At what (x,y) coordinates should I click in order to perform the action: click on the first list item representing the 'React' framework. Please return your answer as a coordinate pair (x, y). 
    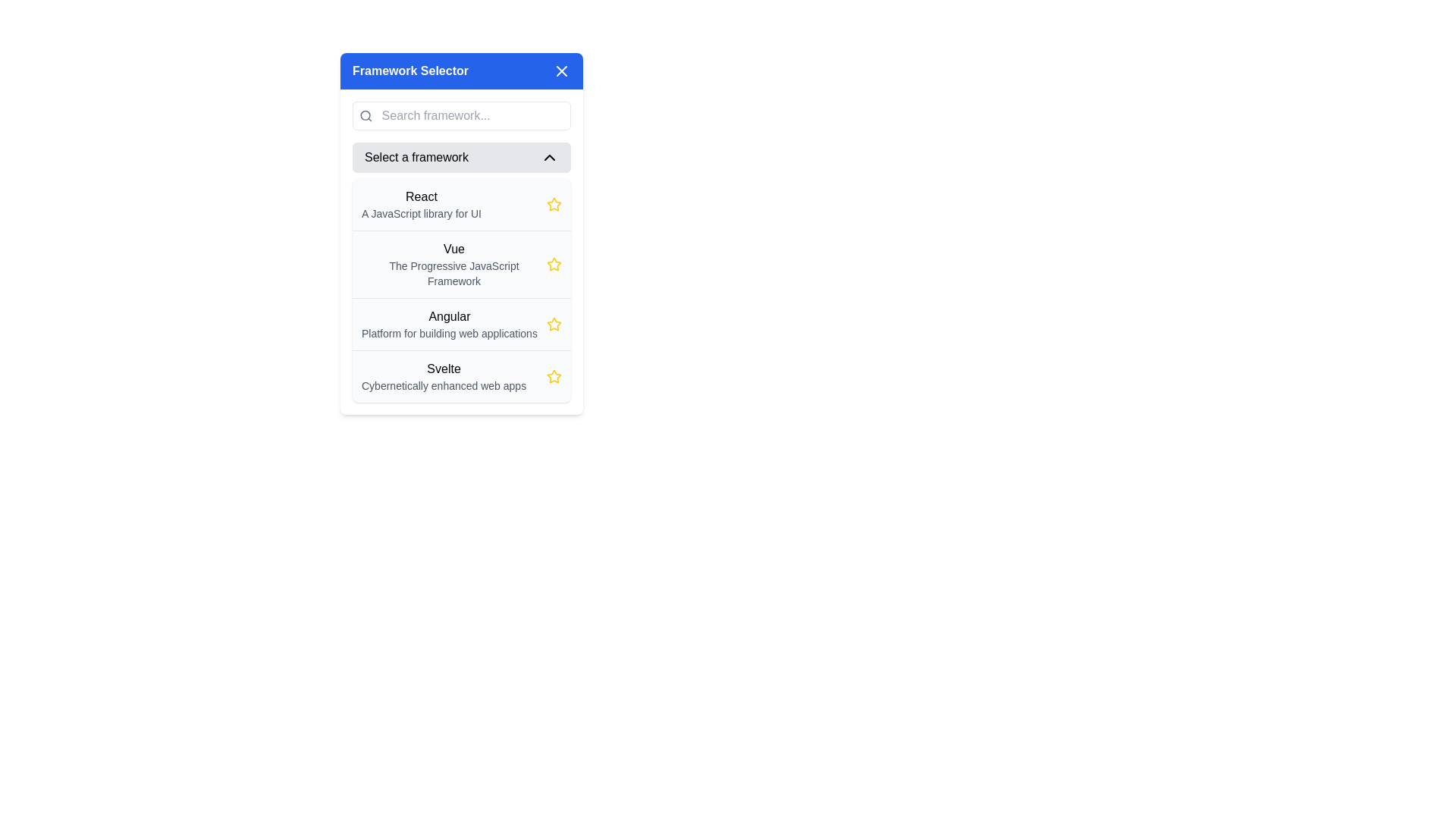
    Looking at the image, I should click on (461, 205).